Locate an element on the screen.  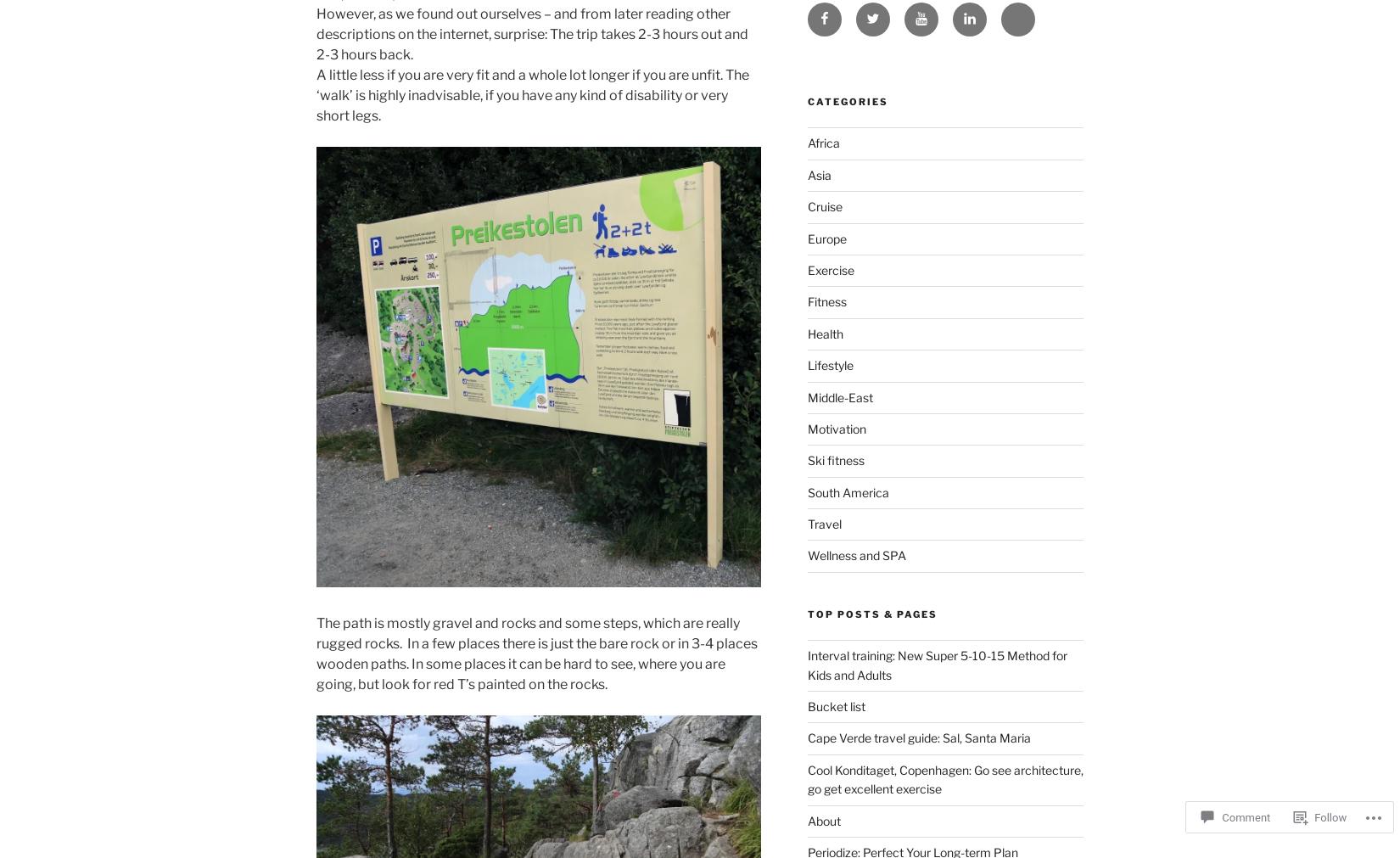
'Interval training: New Super 5-10-15 Method for Kids and Adults' is located at coordinates (937, 664).